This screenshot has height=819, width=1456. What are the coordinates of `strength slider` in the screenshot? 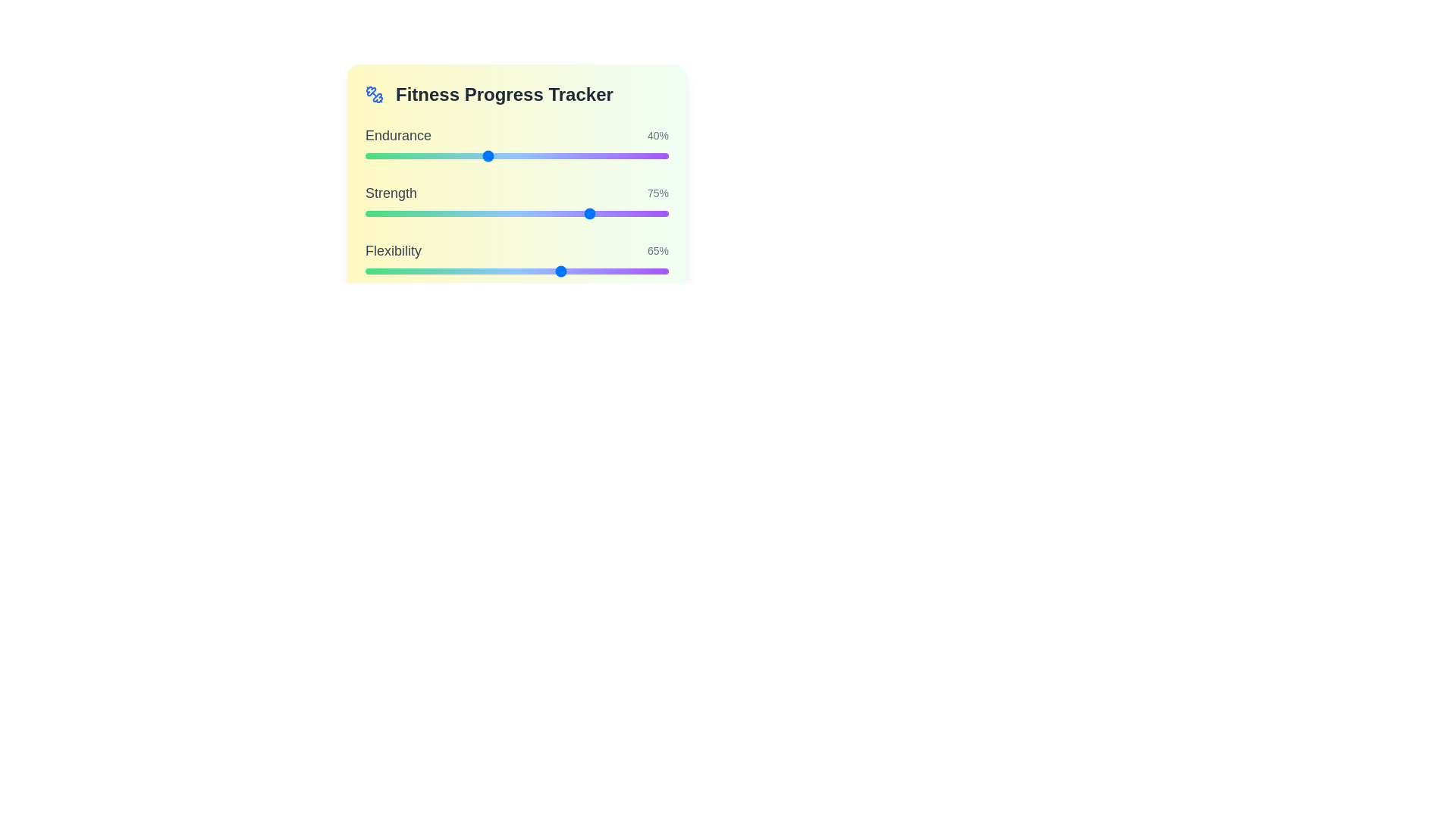 It's located at (411, 213).